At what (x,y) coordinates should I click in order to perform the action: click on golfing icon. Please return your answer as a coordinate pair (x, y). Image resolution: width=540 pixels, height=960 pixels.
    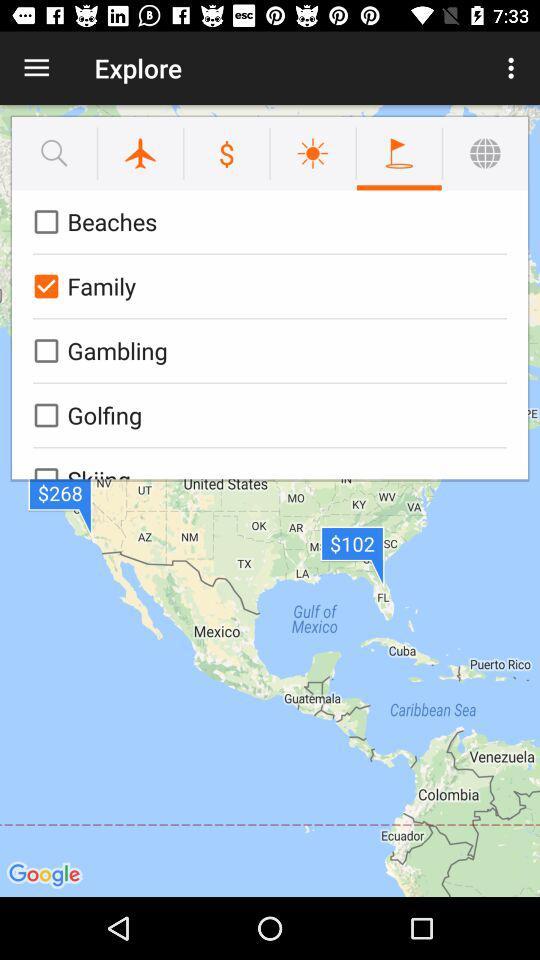
    Looking at the image, I should click on (266, 414).